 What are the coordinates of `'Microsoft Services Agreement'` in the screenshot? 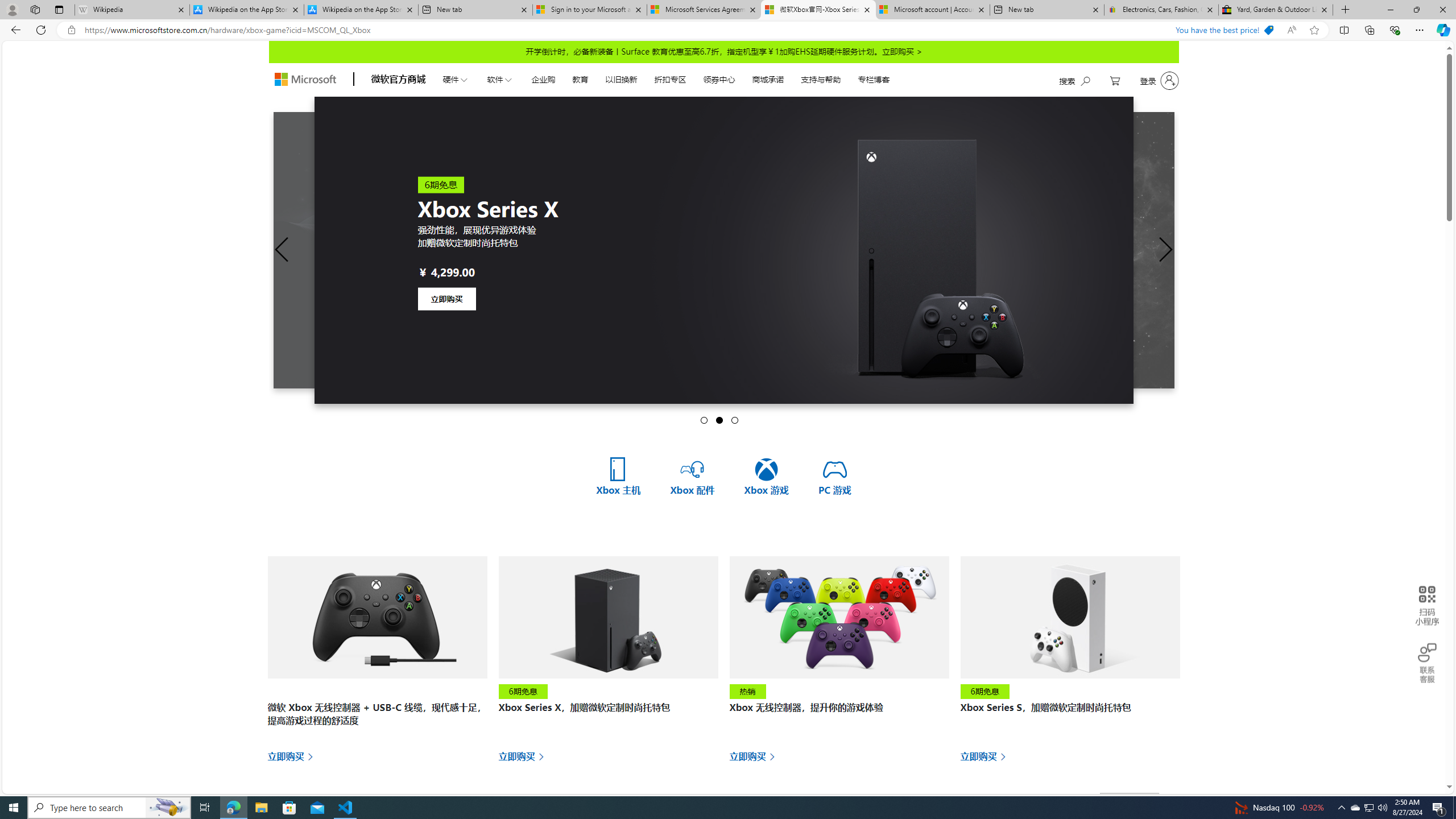 It's located at (703, 9).